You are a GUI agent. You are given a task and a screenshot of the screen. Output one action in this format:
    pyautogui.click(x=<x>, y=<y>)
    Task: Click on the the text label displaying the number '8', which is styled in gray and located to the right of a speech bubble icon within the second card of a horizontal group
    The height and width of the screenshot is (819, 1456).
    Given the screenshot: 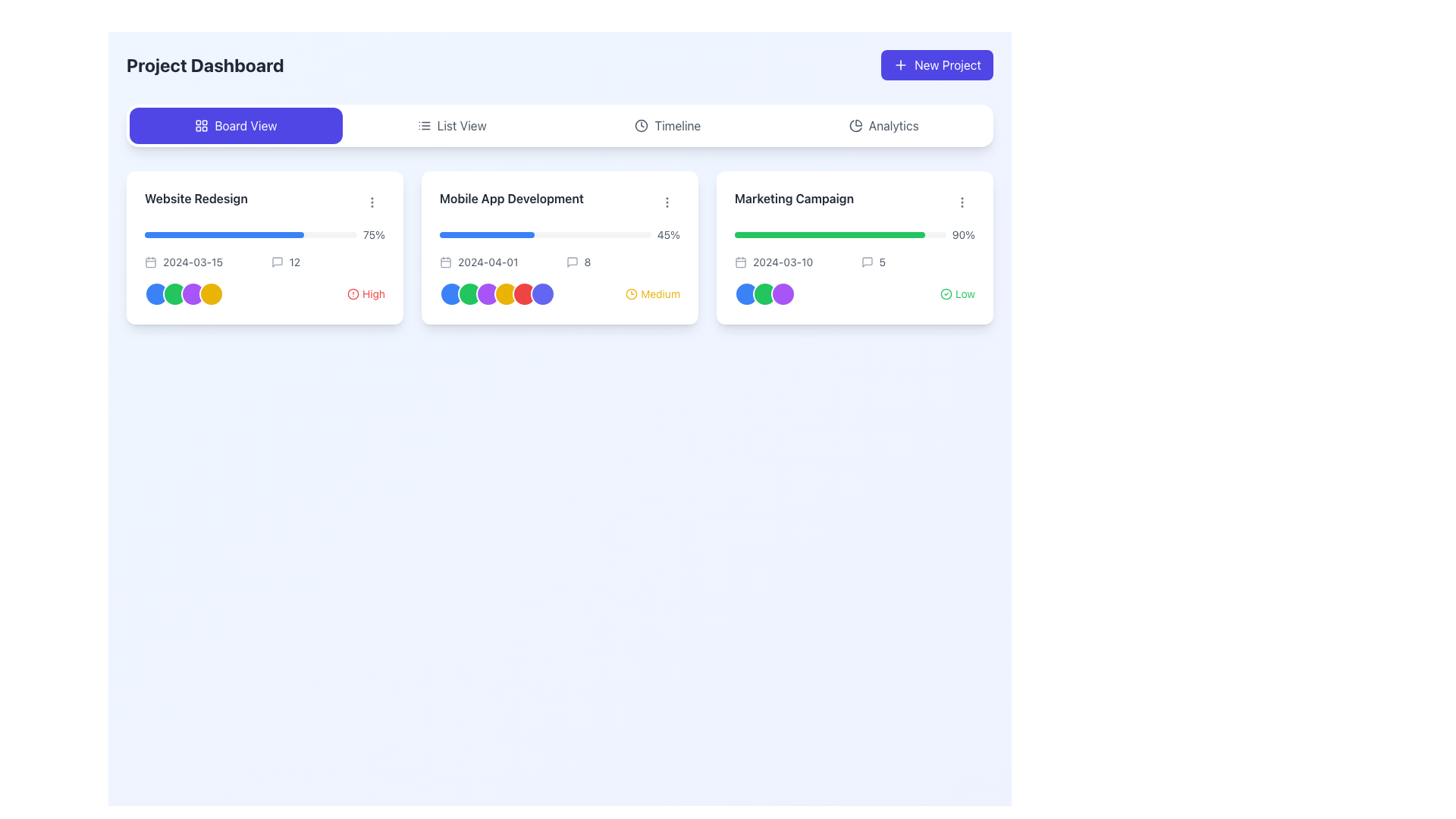 What is the action you would take?
    pyautogui.click(x=586, y=262)
    